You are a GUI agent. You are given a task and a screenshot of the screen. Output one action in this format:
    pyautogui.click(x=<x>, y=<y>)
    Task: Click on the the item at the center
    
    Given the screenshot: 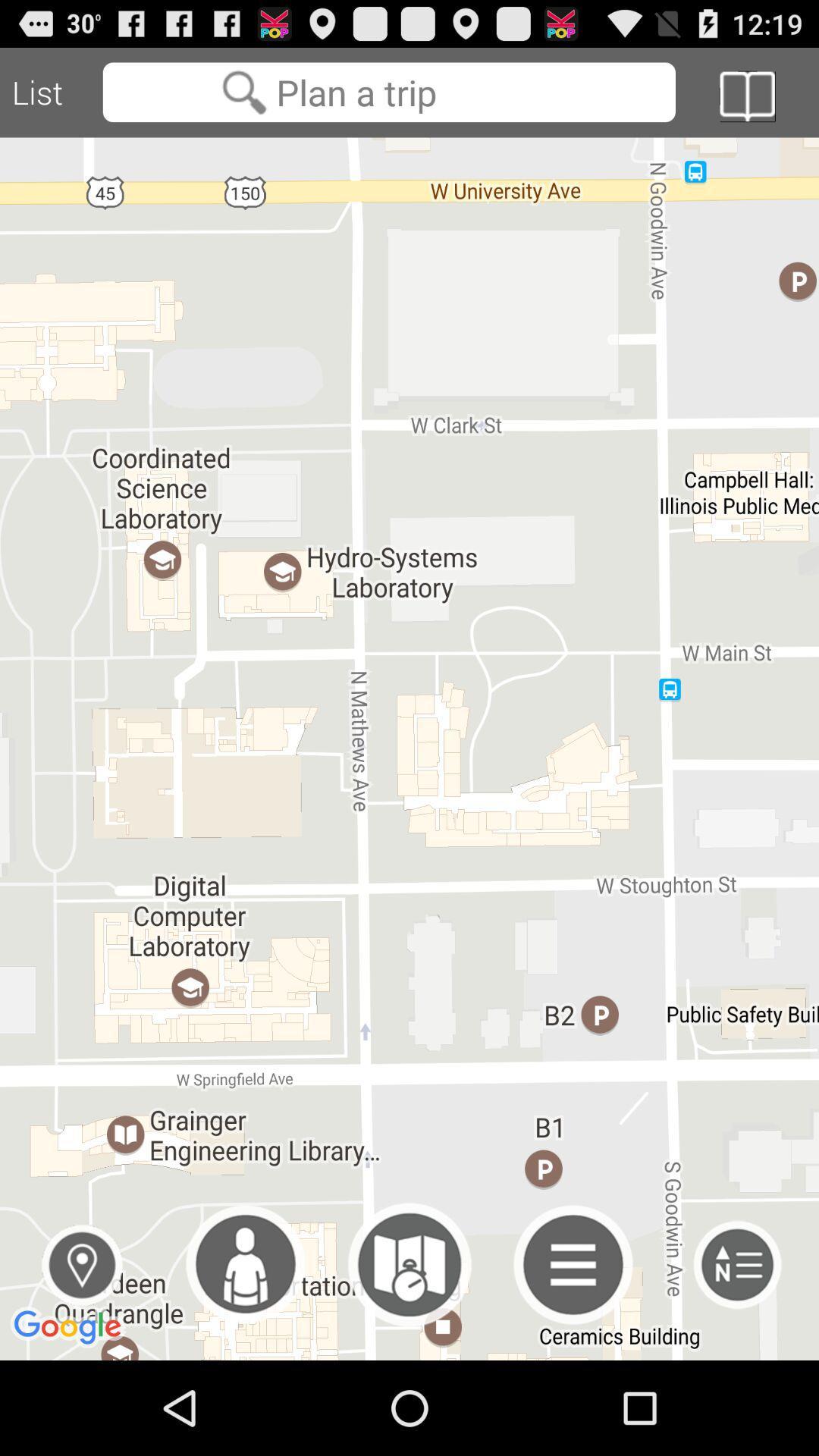 What is the action you would take?
    pyautogui.click(x=409, y=748)
    